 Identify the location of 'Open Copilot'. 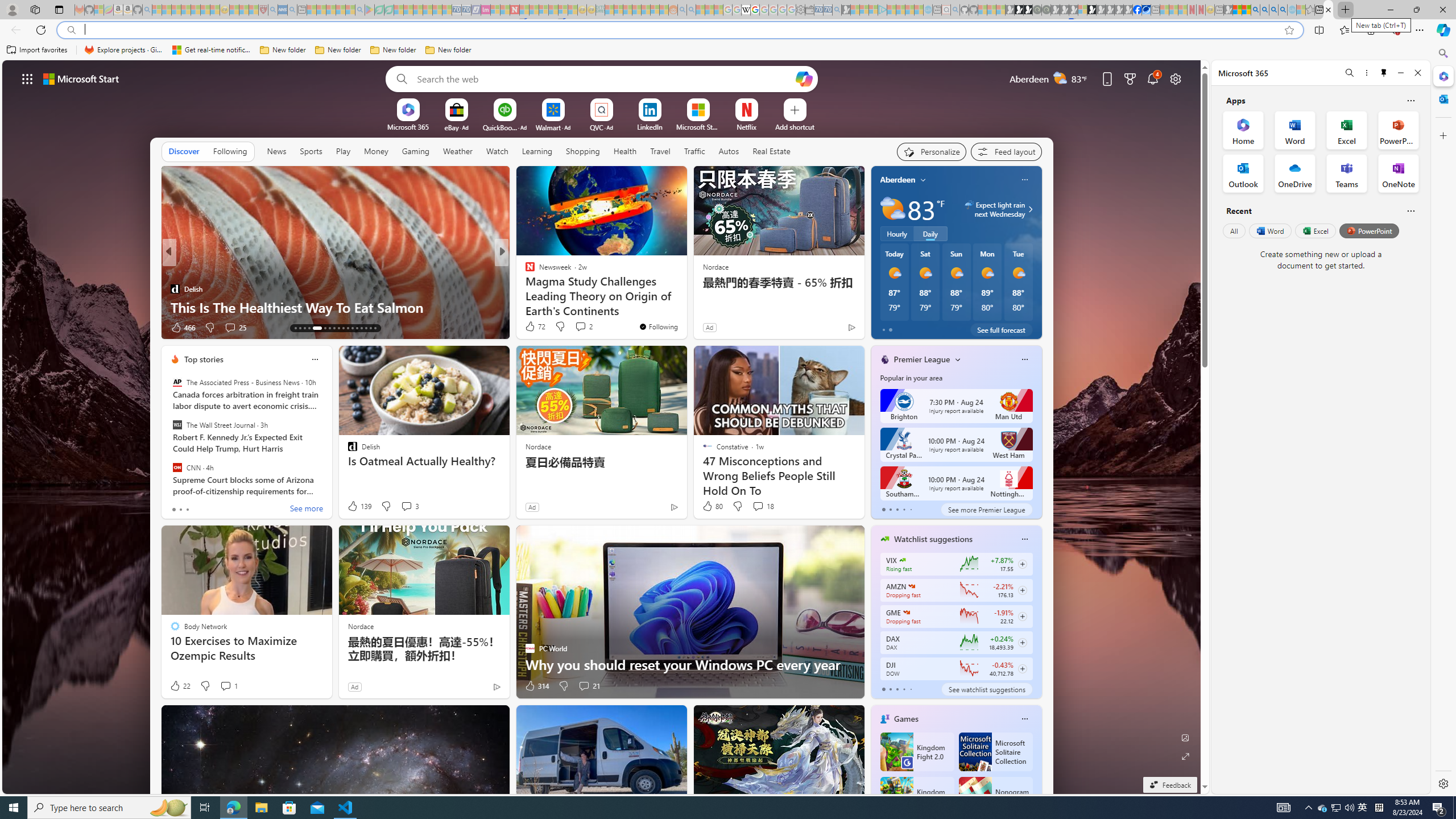
(804, 78).